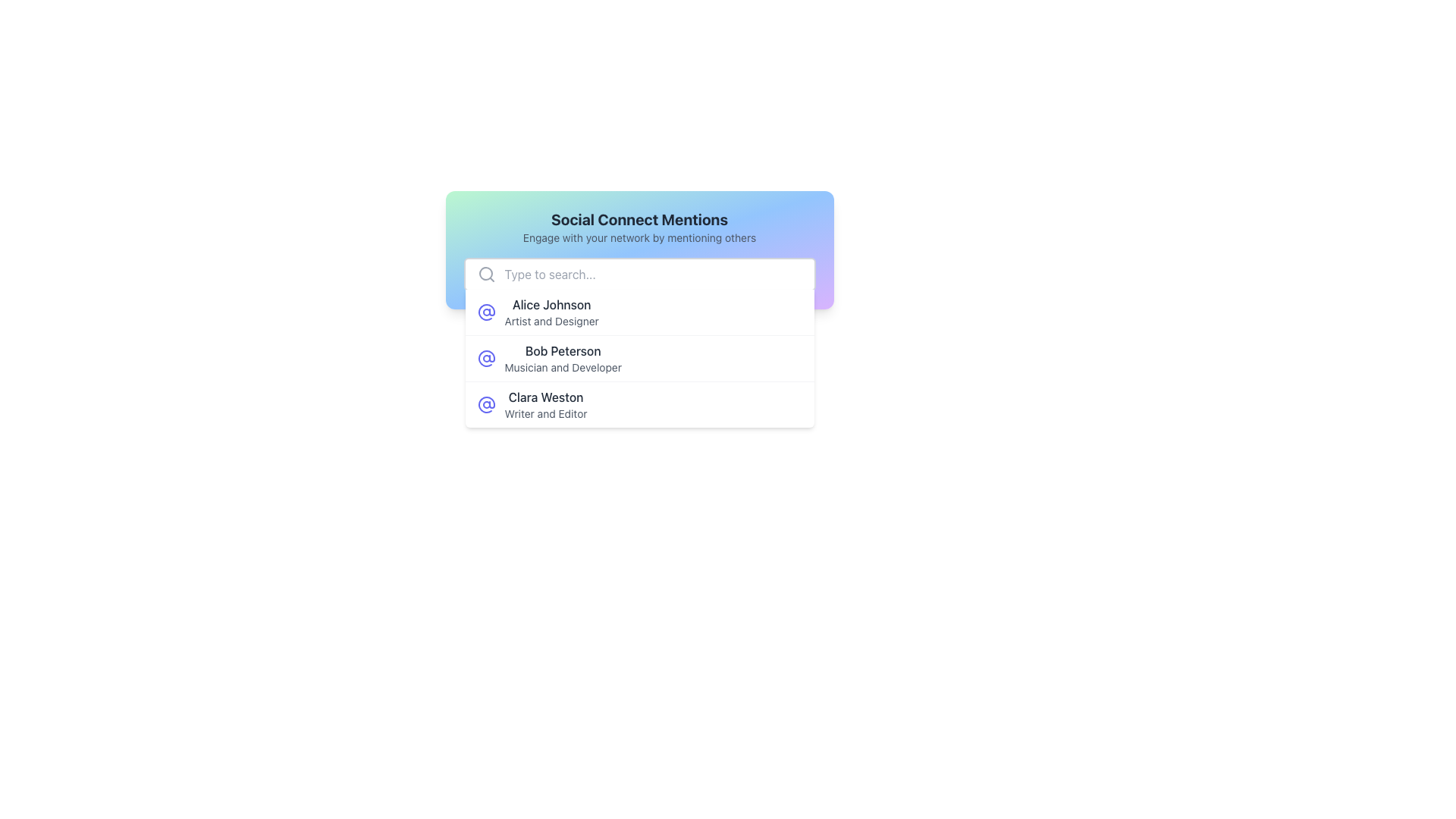 This screenshot has height=819, width=1456. What do you see at coordinates (639, 359) in the screenshot?
I see `the list item representing 'Bob Peterson' in the dropdown menu by clicking on it` at bounding box center [639, 359].